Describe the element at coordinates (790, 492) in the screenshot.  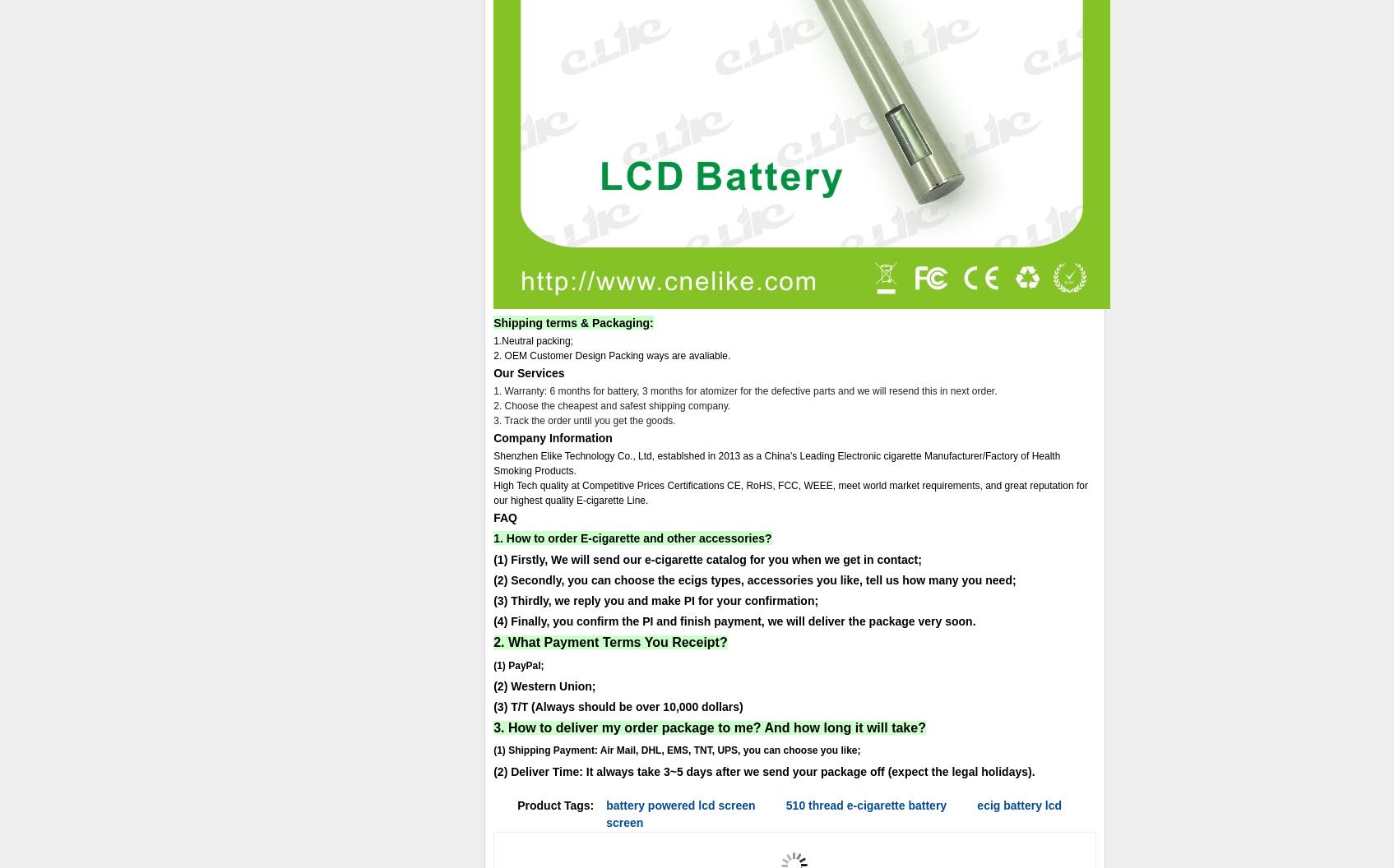
I see `'High Tech quality at Competitive Prices Certifications CE, RoHS, FCC, WEEE, meet world market requirements, and great reputation for our highest quality E-cigarette Line.'` at that location.